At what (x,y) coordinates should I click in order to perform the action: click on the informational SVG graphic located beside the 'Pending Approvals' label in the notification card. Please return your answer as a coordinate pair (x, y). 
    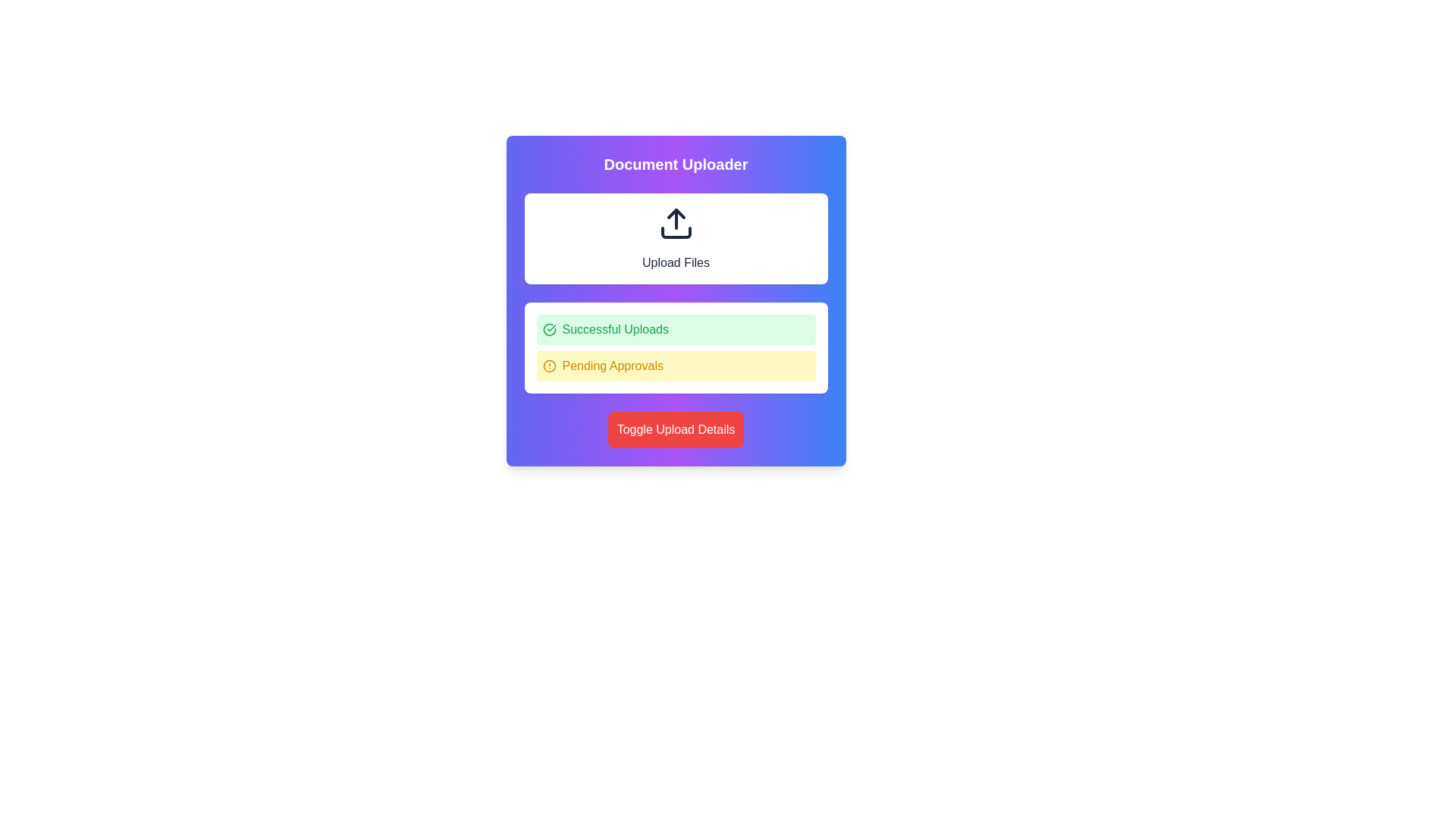
    Looking at the image, I should click on (548, 366).